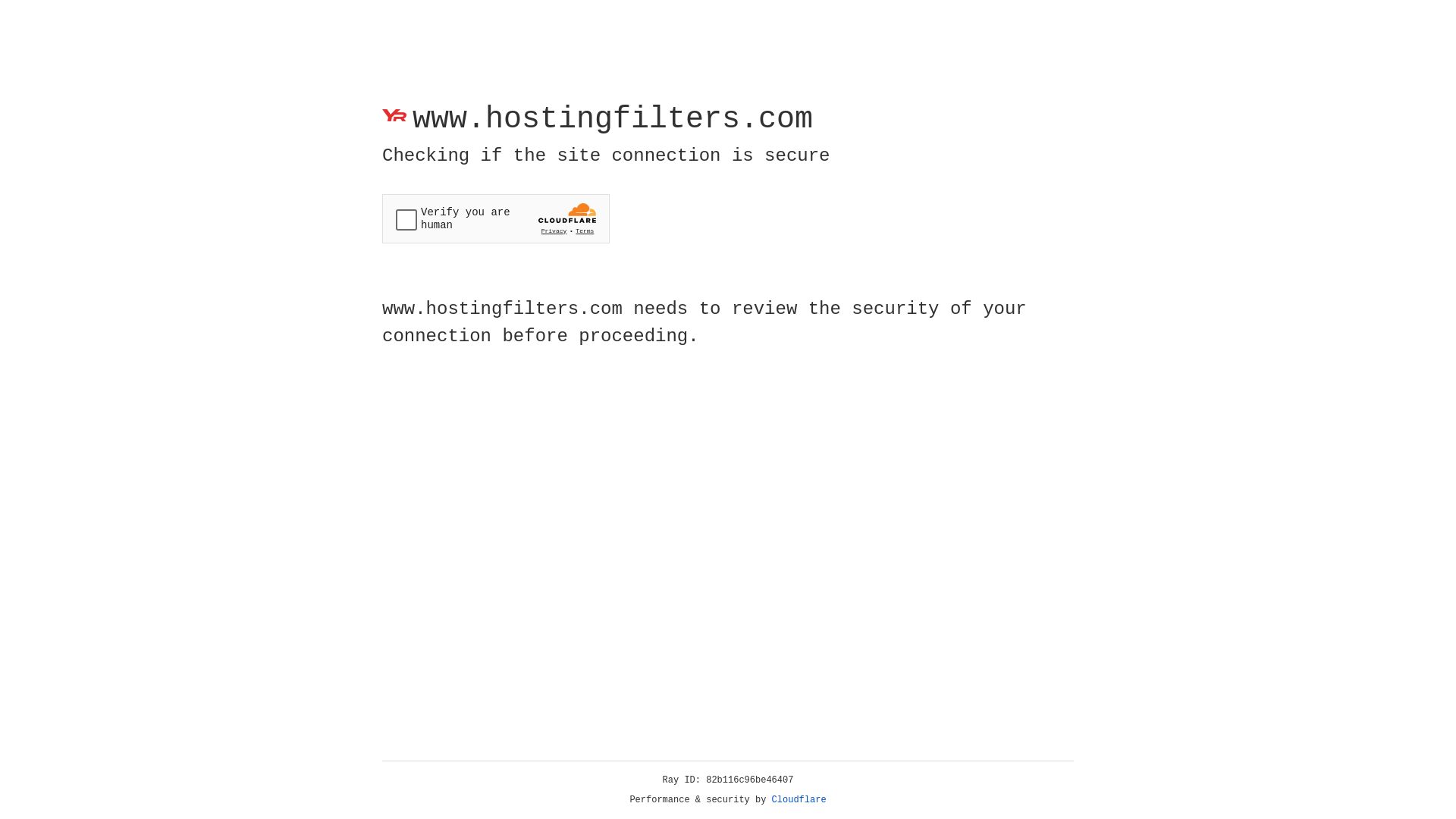  I want to click on 'Widget containing a Cloudflare security challenge', so click(495, 218).